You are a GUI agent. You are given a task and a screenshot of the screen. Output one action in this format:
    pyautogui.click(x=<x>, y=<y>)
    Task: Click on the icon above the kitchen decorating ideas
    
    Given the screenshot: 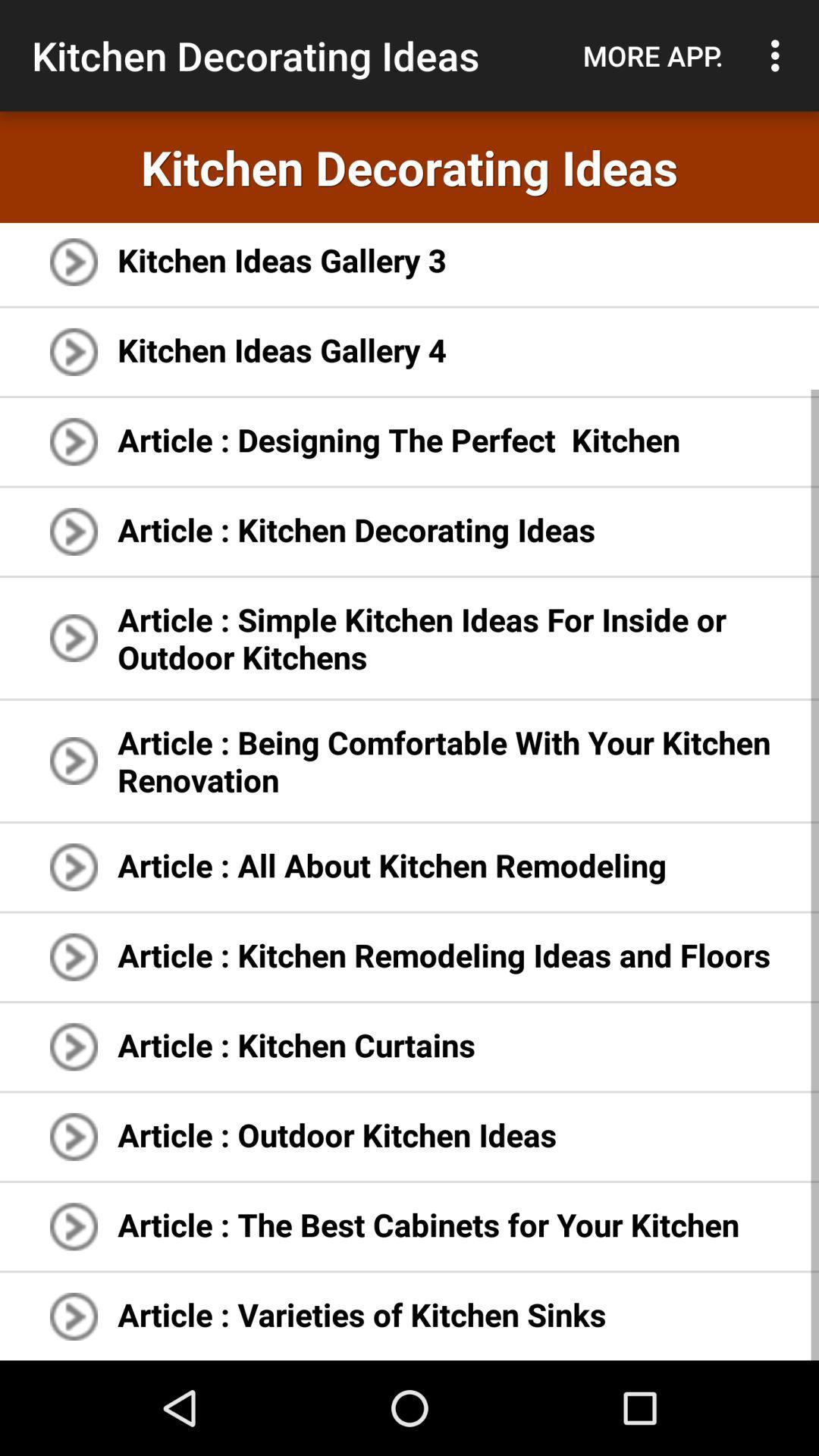 What is the action you would take?
    pyautogui.click(x=652, y=55)
    